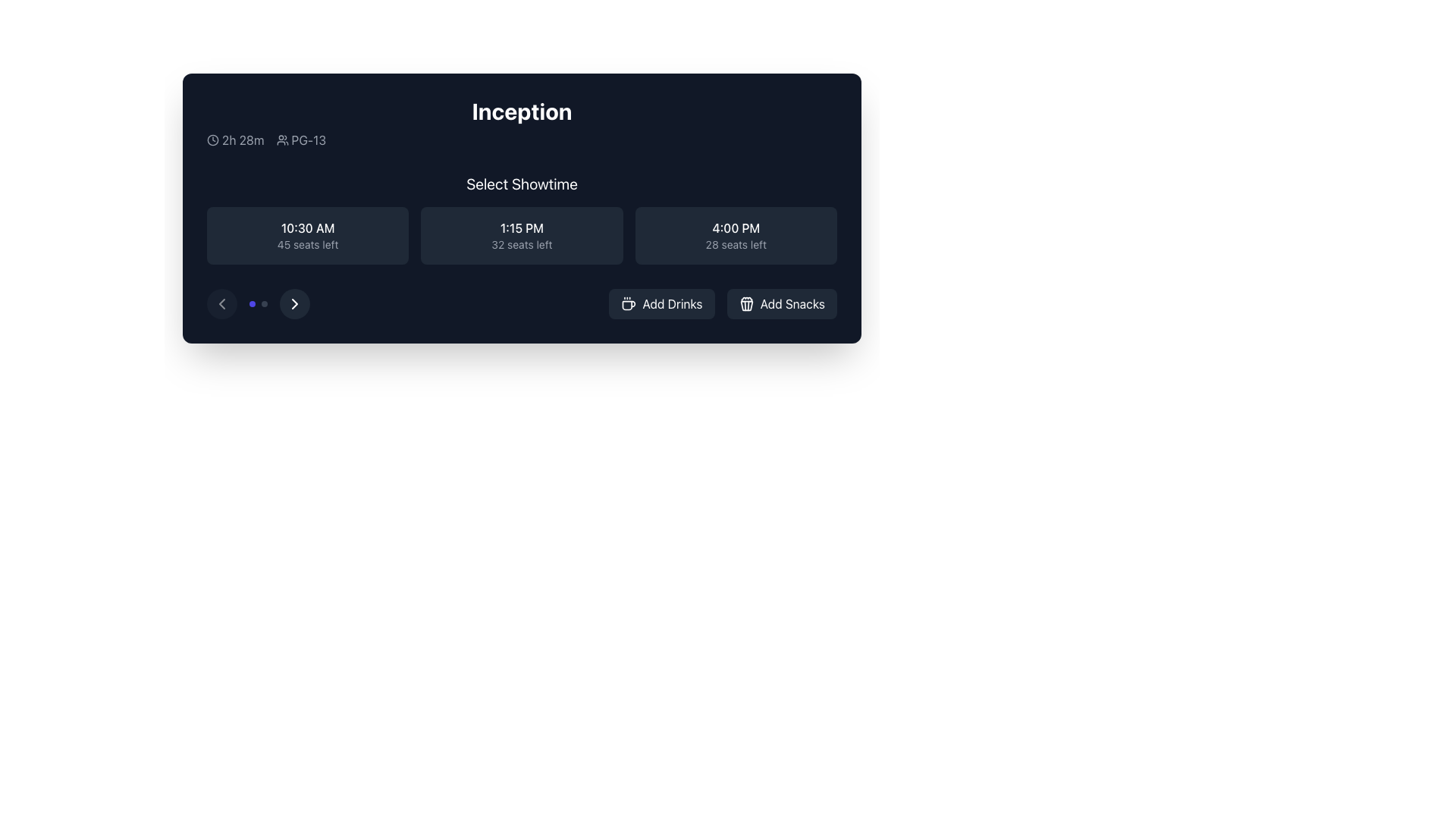 Image resolution: width=1456 pixels, height=819 pixels. I want to click on the 'Add Drinks' button located in the grouped buttons section at the bottom-right of the movie information card, so click(722, 304).